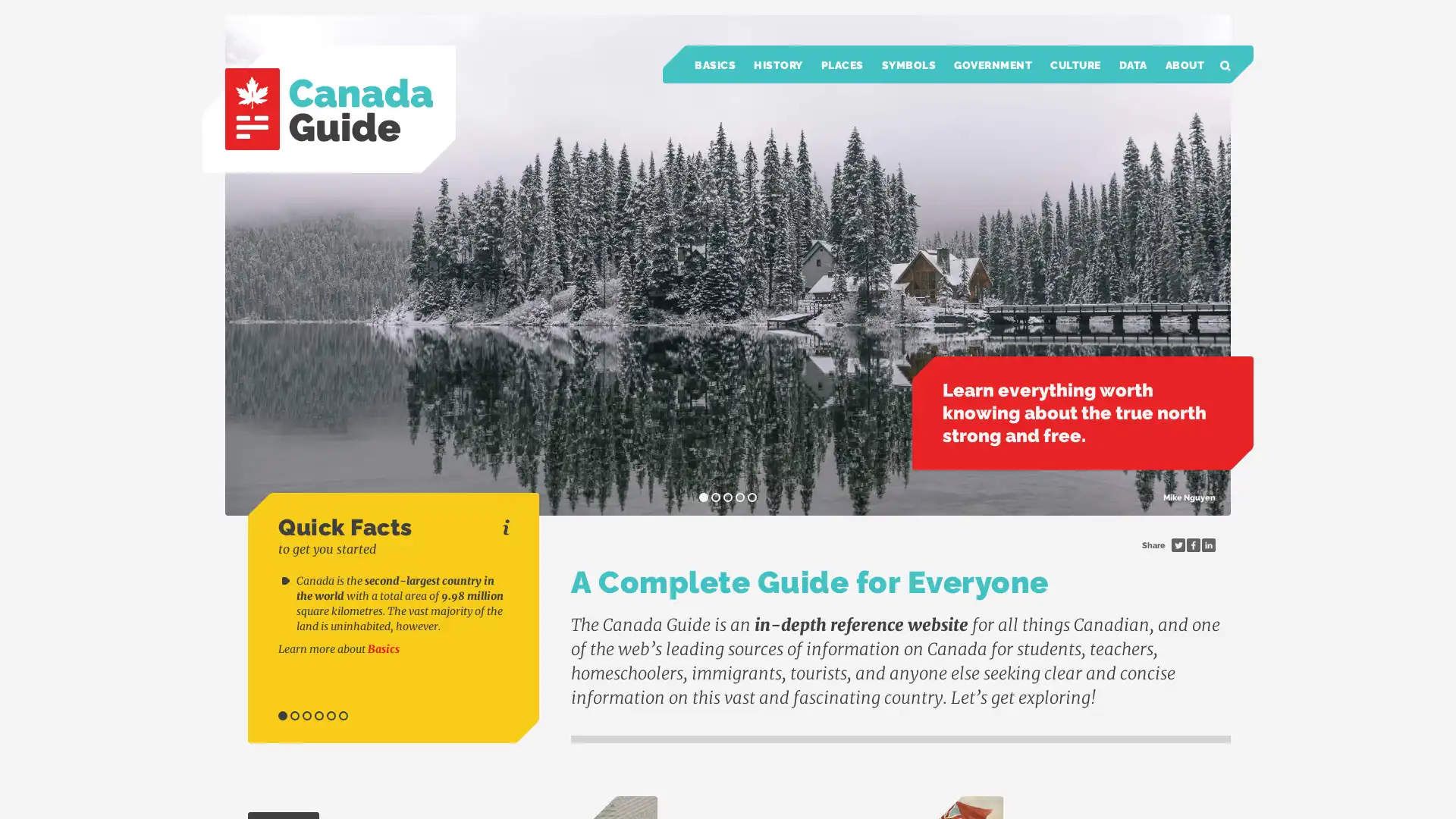  I want to click on Go to slide 5, so click(330, 716).